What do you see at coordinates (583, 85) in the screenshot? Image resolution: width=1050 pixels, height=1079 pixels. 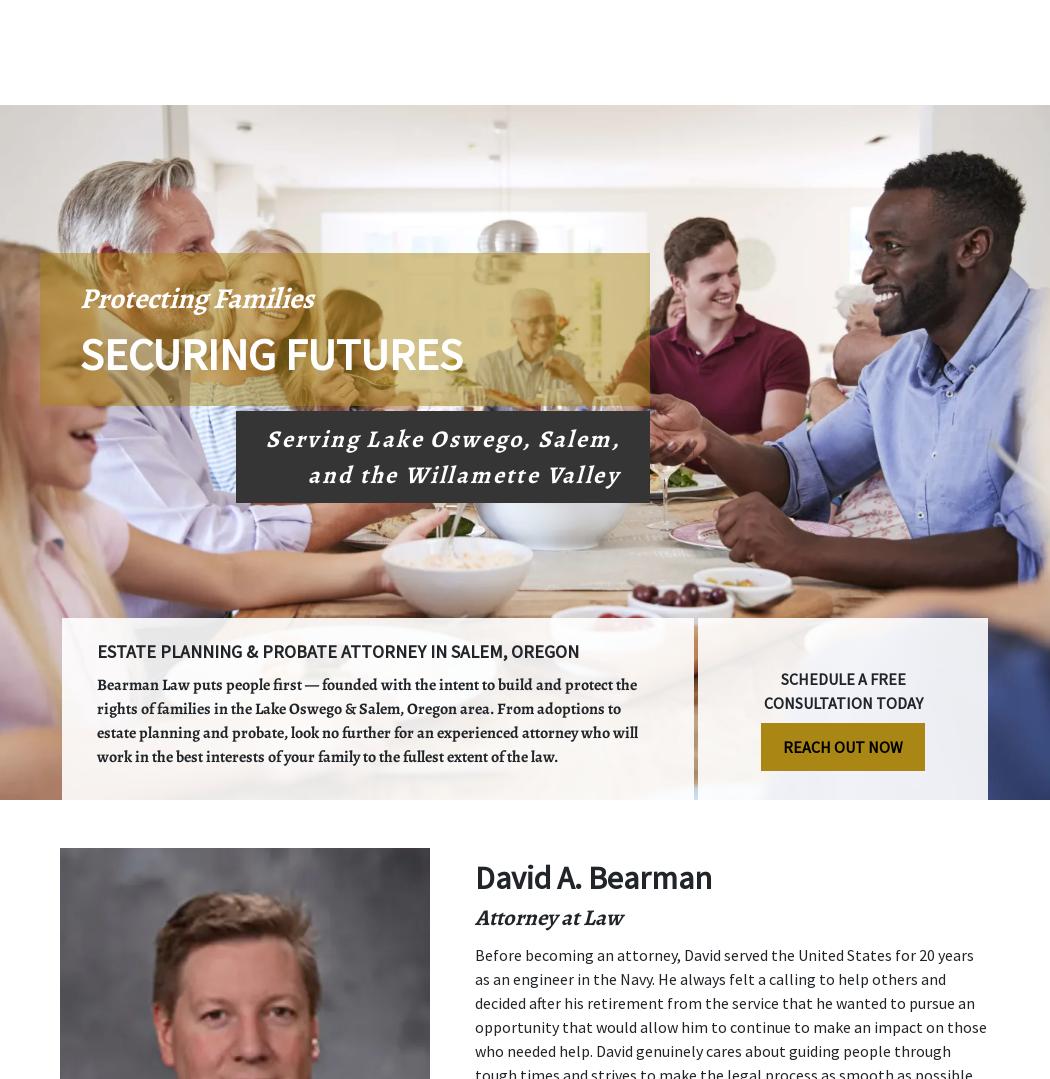 I see `'Testimonials'` at bounding box center [583, 85].